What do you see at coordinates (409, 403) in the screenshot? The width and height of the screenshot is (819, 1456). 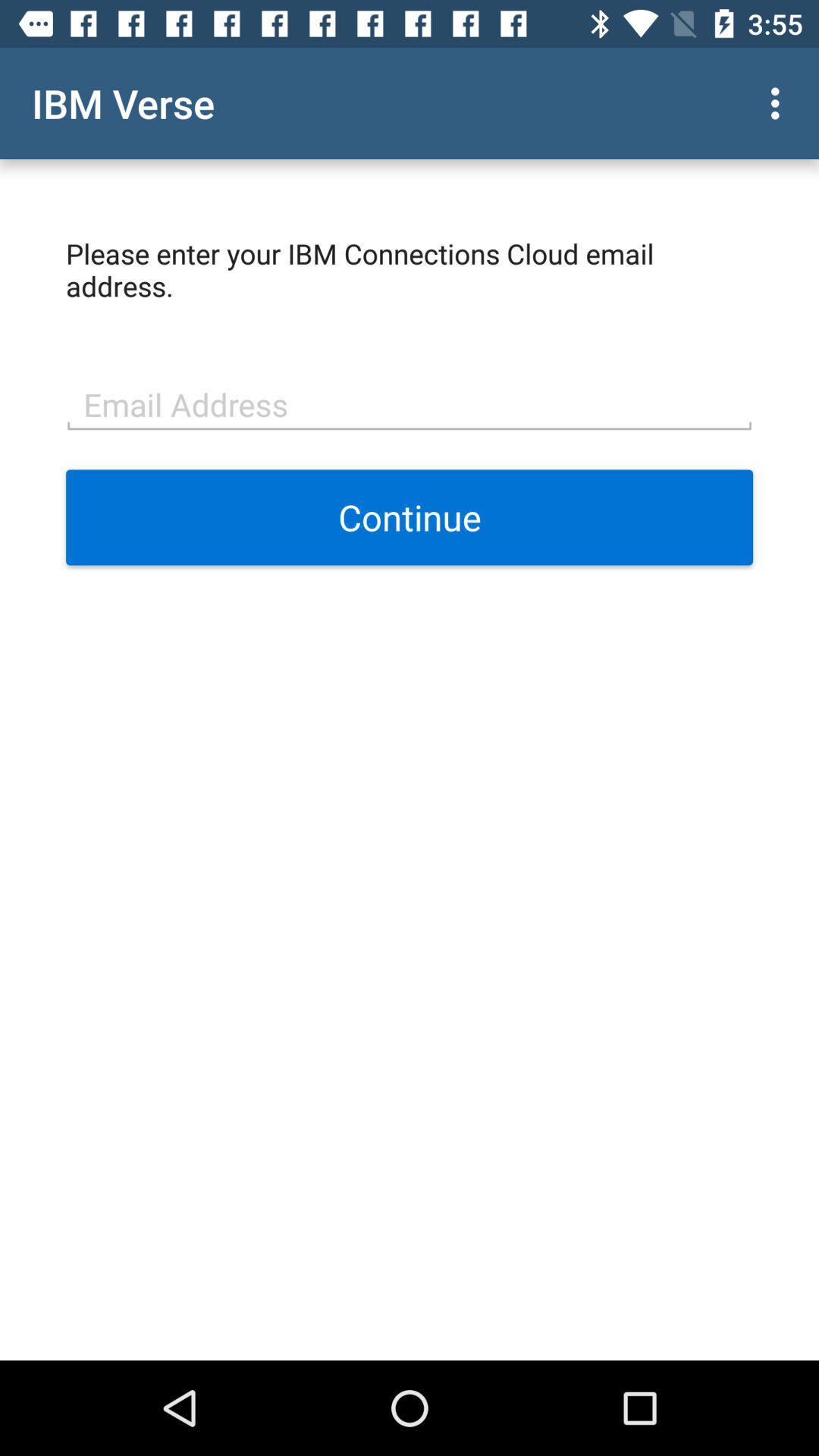 I see `the icon above continue icon` at bounding box center [409, 403].